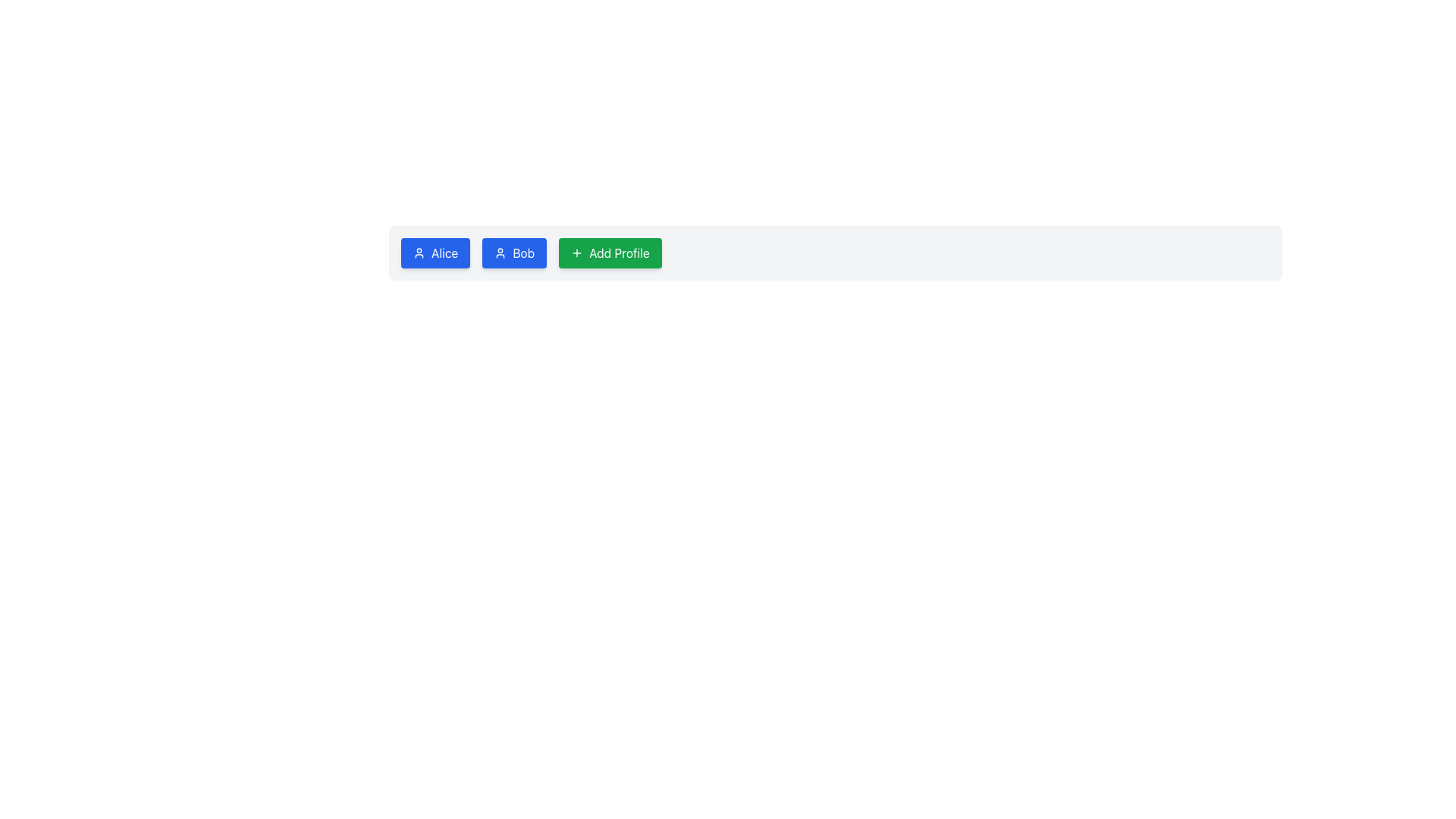  I want to click on the button labeled 'Alice' with a blue background and white text, so click(435, 253).